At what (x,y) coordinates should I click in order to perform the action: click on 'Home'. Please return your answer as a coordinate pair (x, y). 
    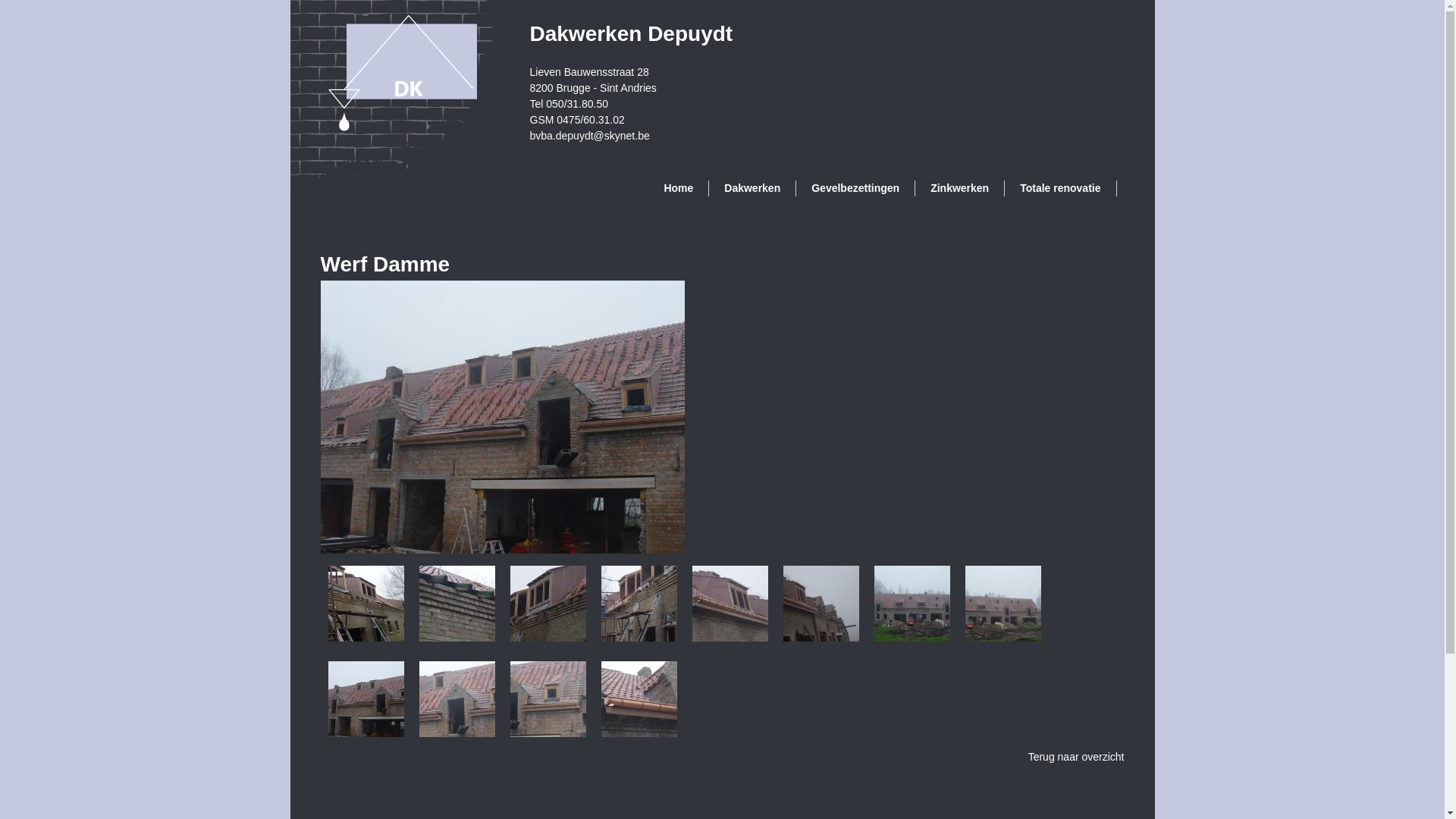
    Looking at the image, I should click on (677, 187).